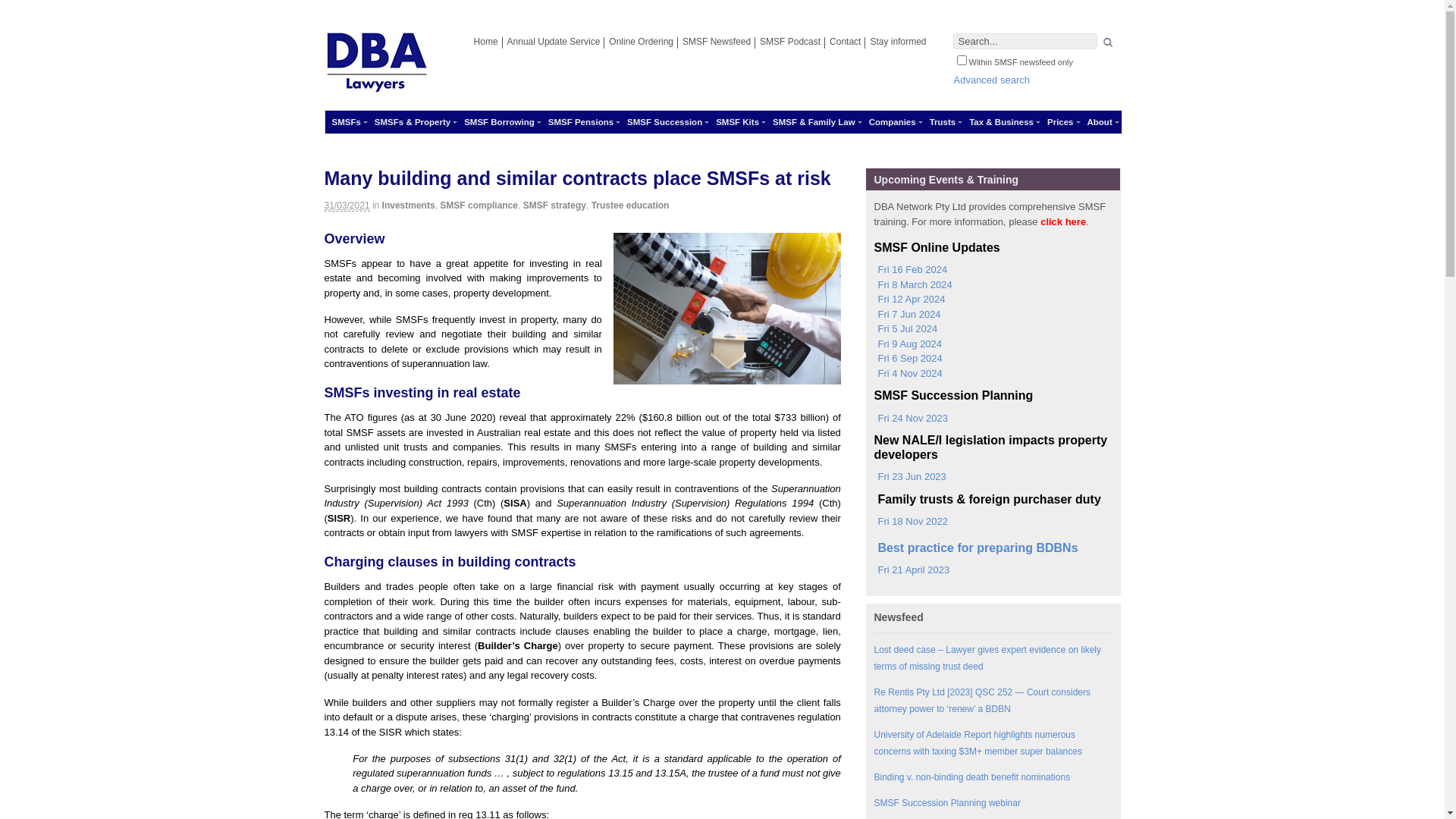 The width and height of the screenshot is (1456, 819). What do you see at coordinates (991, 80) in the screenshot?
I see `'Advanced search'` at bounding box center [991, 80].